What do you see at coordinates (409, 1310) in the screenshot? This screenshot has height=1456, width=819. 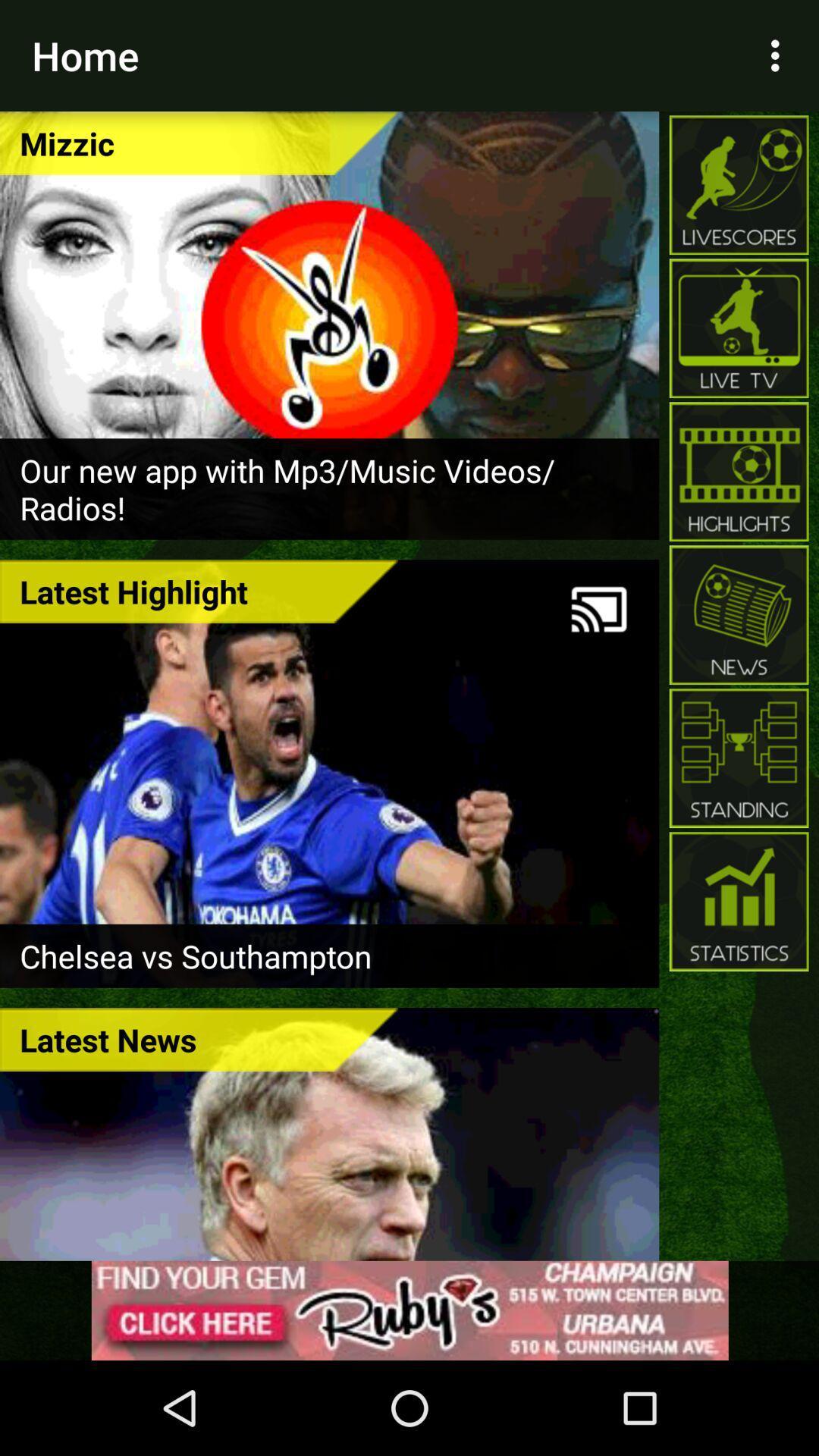 I see `advertisement` at bounding box center [409, 1310].